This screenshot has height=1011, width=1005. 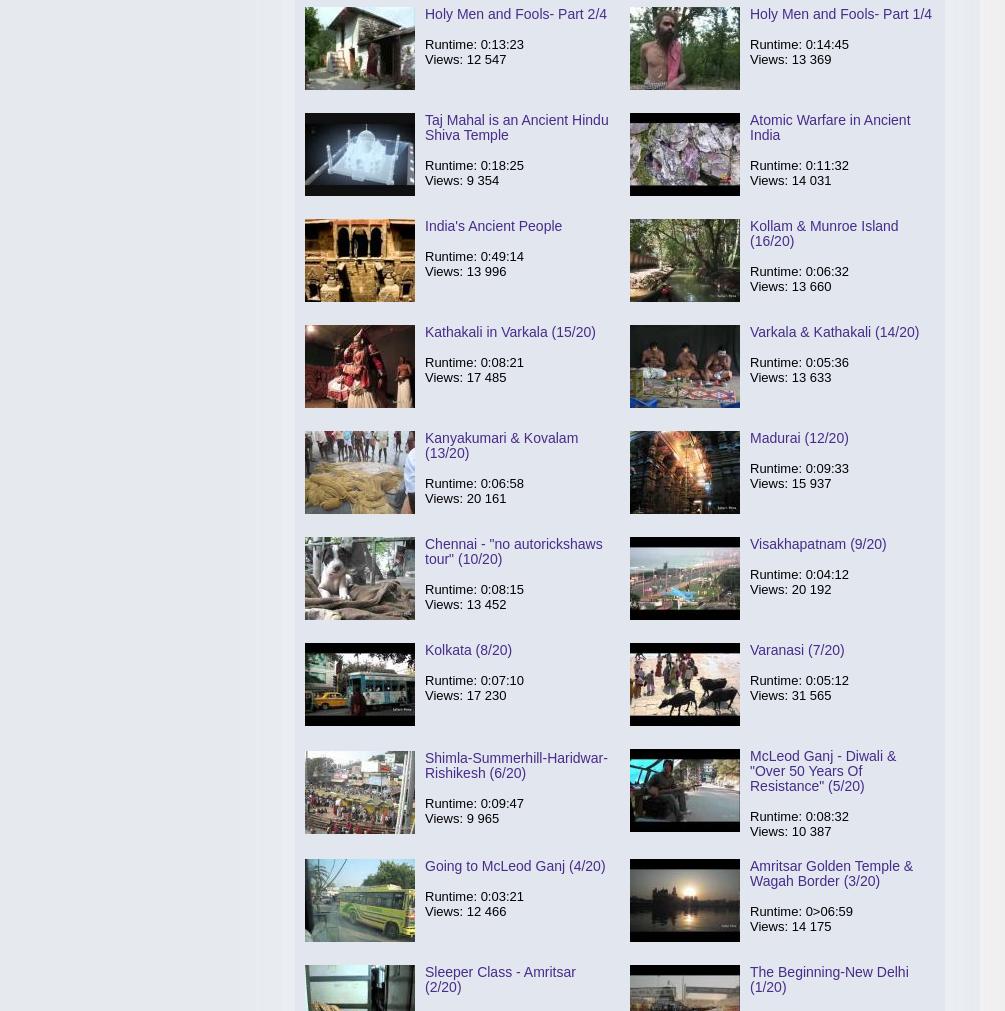 What do you see at coordinates (515, 126) in the screenshot?
I see `'Taj Mahal is an Ancient Hindu Shiva Temple'` at bounding box center [515, 126].